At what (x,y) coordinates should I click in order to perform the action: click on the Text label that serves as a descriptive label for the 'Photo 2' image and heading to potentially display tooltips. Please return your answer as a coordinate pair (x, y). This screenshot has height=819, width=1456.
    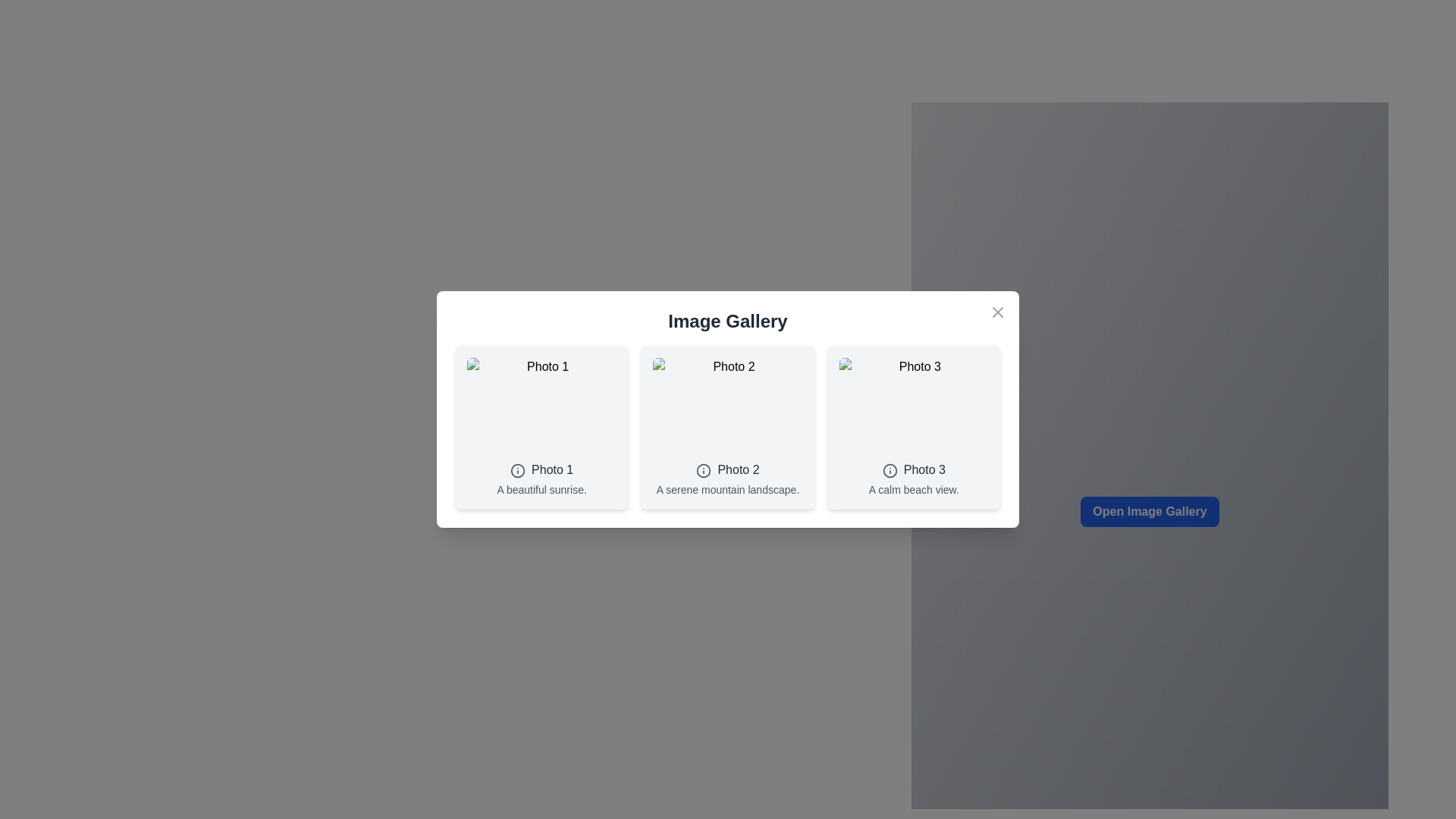
    Looking at the image, I should click on (728, 489).